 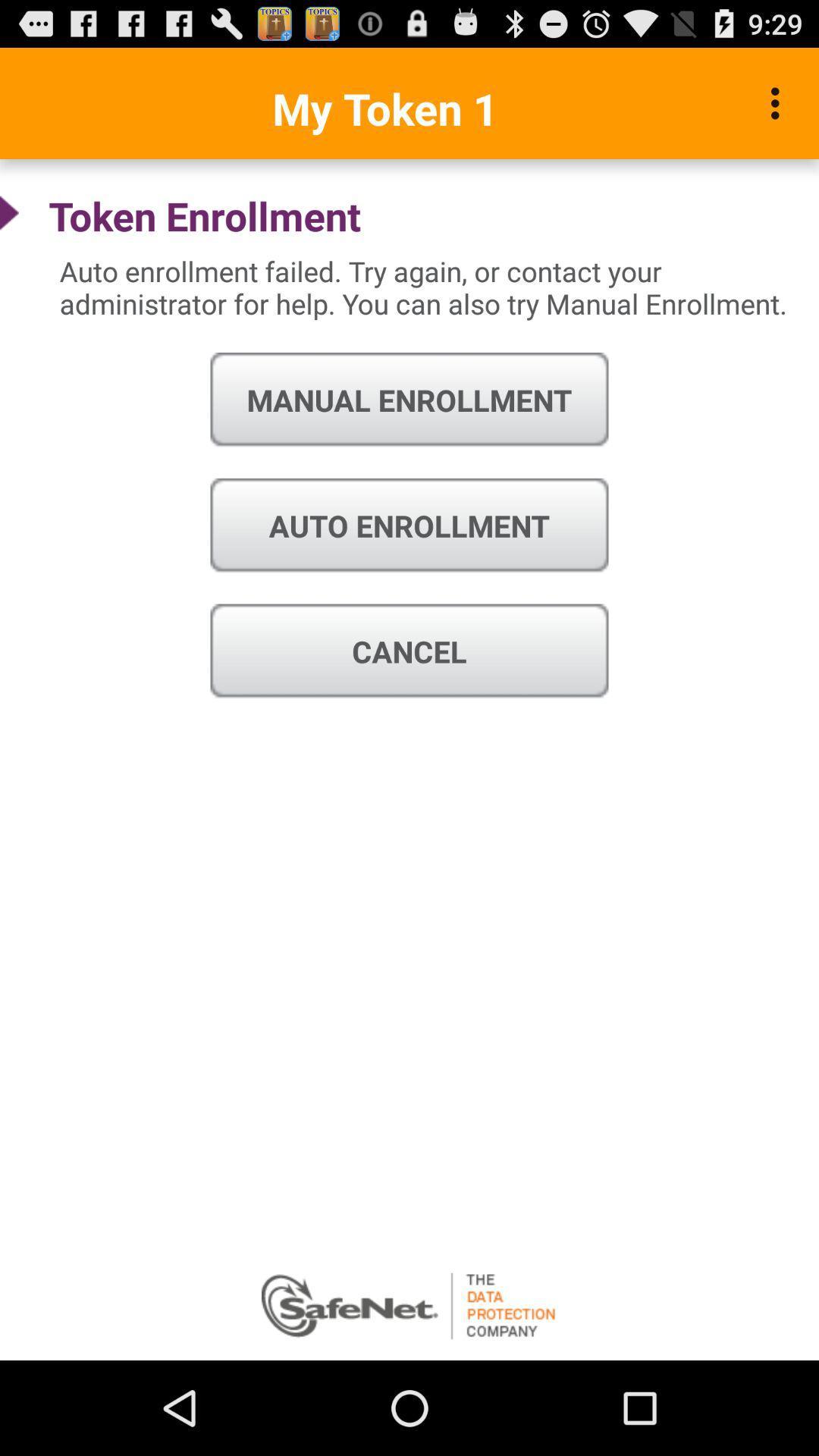 What do you see at coordinates (779, 102) in the screenshot?
I see `the icon next to the my token 1` at bounding box center [779, 102].